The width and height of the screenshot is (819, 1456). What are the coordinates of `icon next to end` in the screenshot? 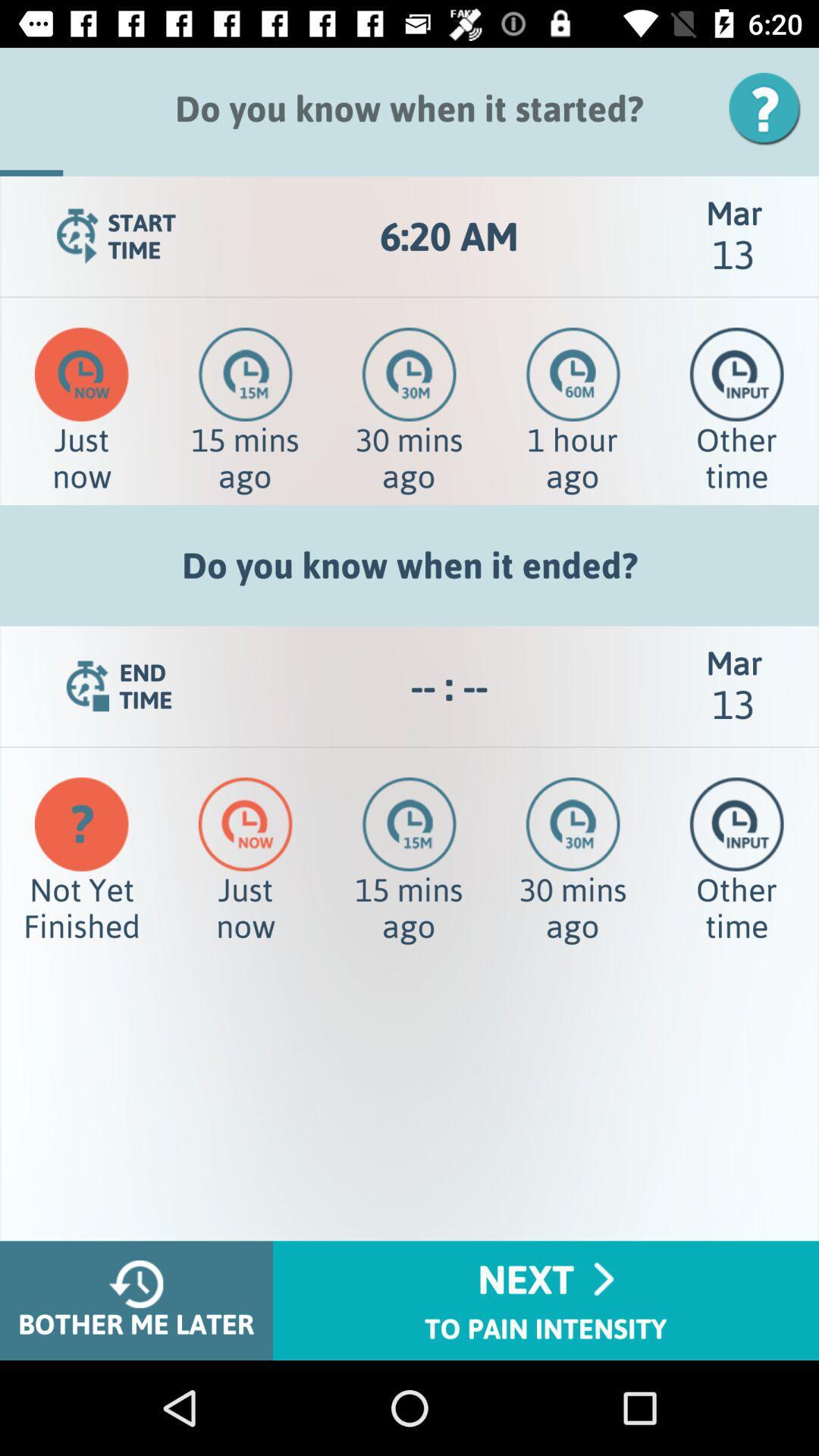 It's located at (448, 686).